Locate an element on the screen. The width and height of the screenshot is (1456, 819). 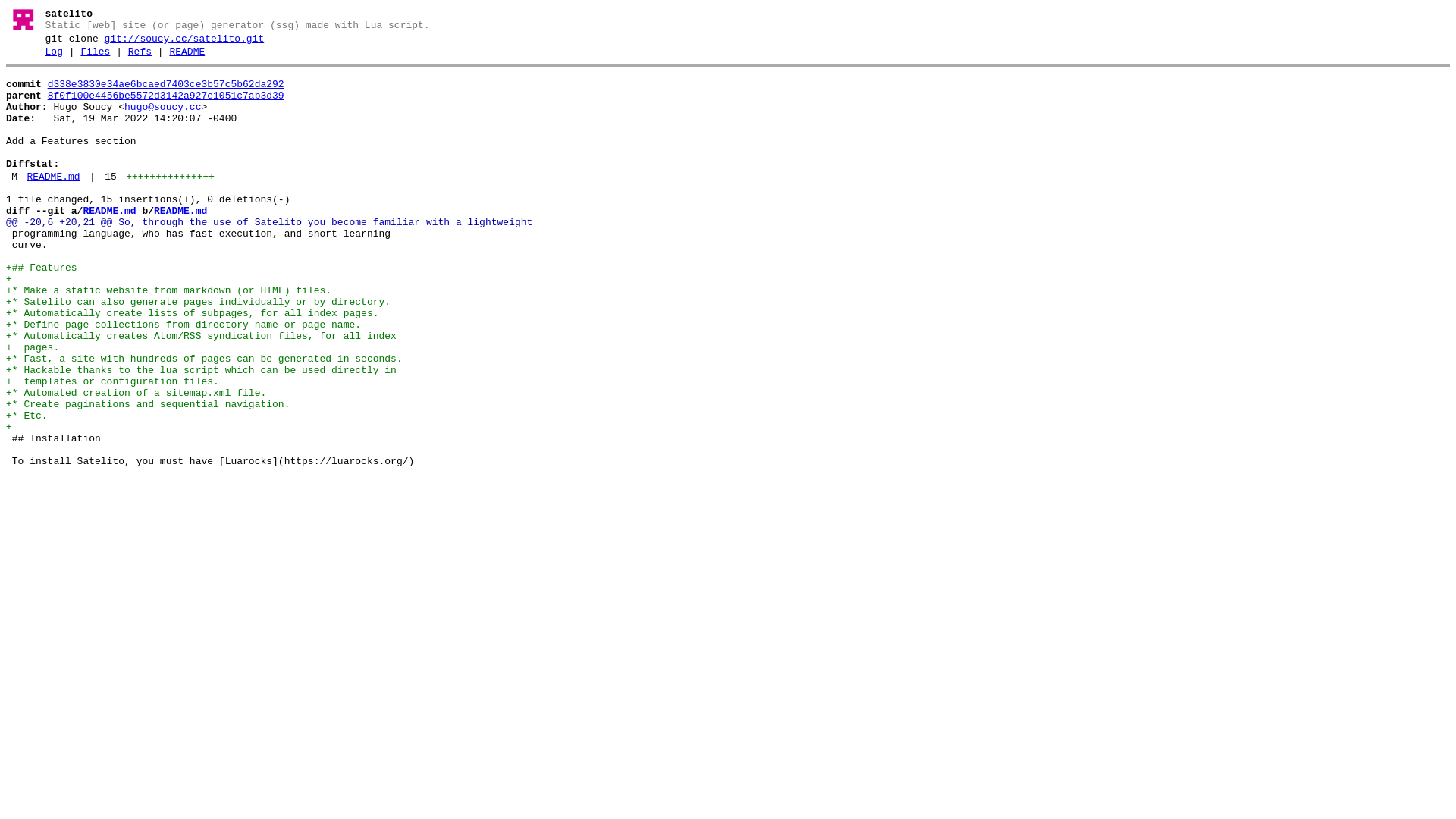
'README' is located at coordinates (186, 51).